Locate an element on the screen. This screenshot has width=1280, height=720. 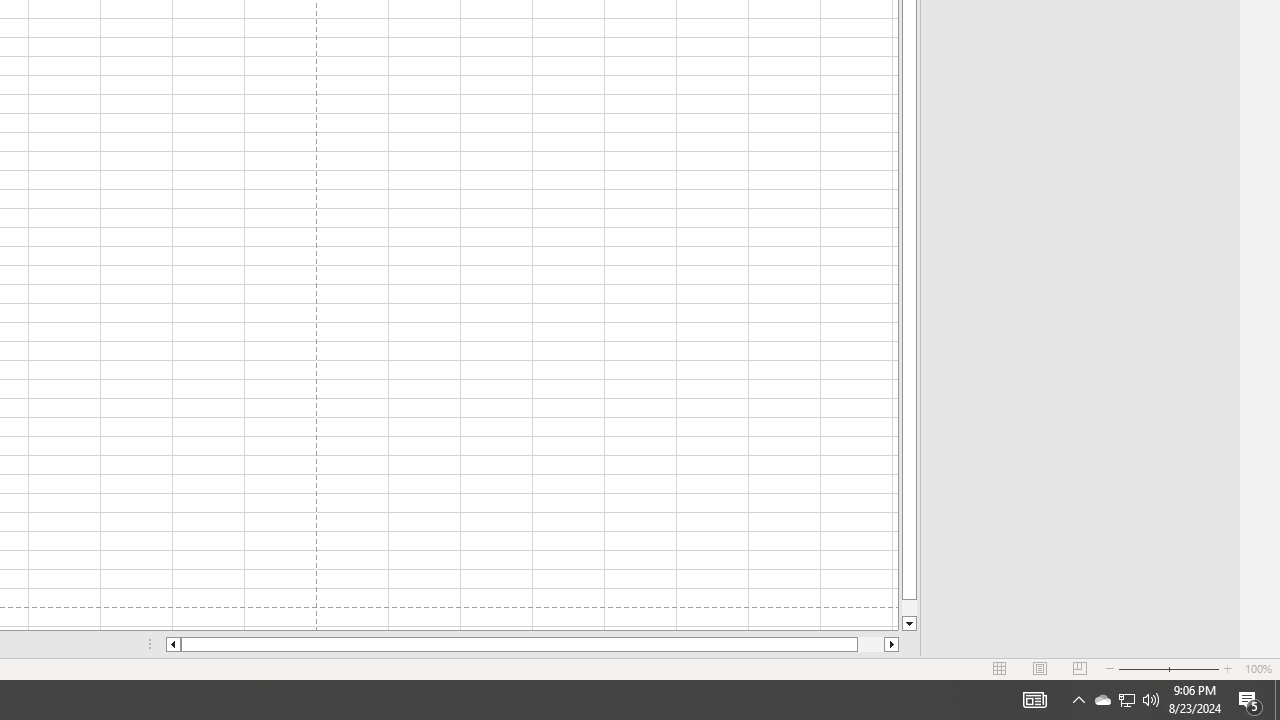
'Column right' is located at coordinates (891, 644).